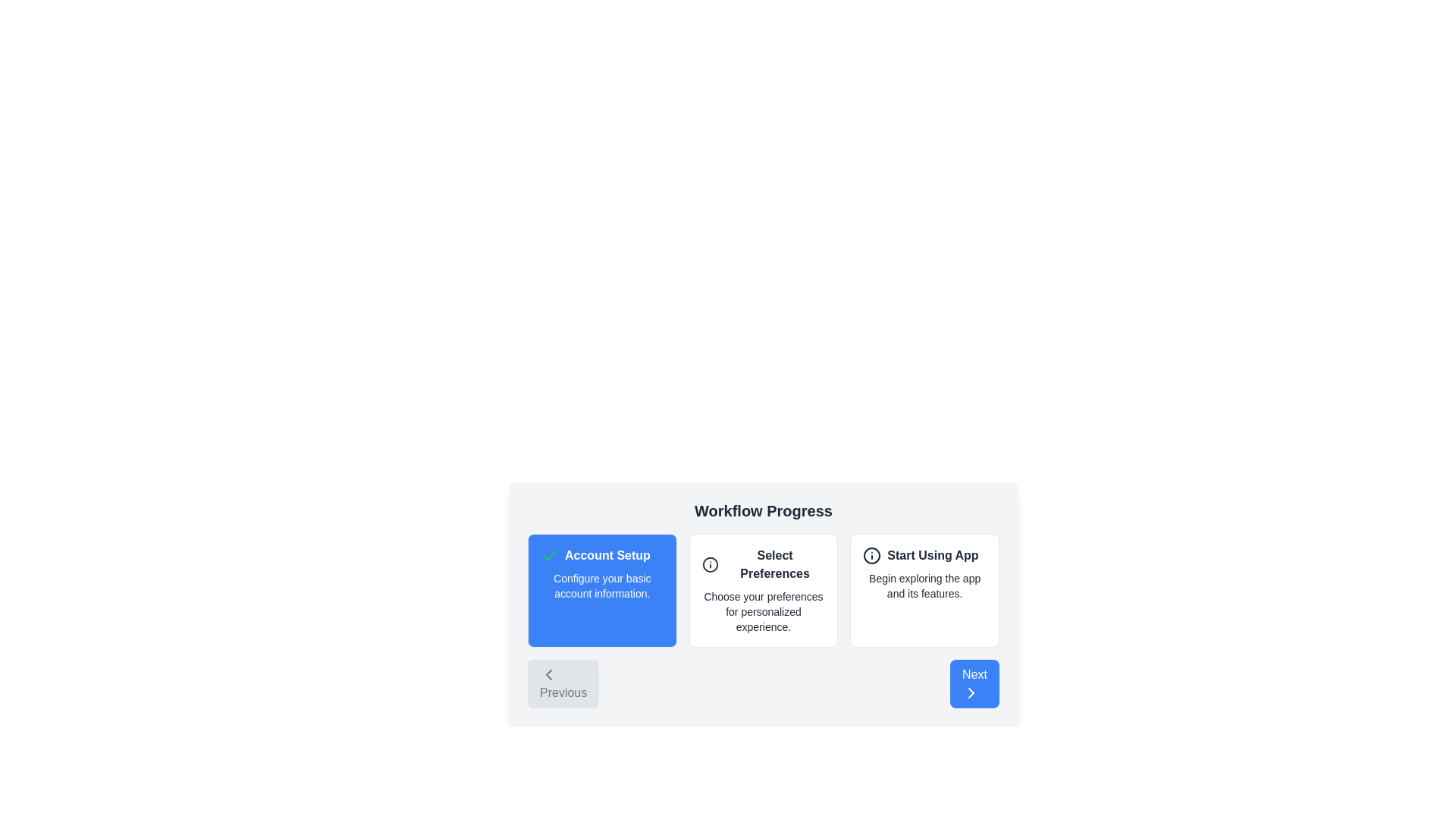 The height and width of the screenshot is (819, 1456). What do you see at coordinates (709, 564) in the screenshot?
I see `the Icon that visually represents information related to the 'Select Preferences' step, positioned to the left of the text within the 'Select Preferences' component` at bounding box center [709, 564].